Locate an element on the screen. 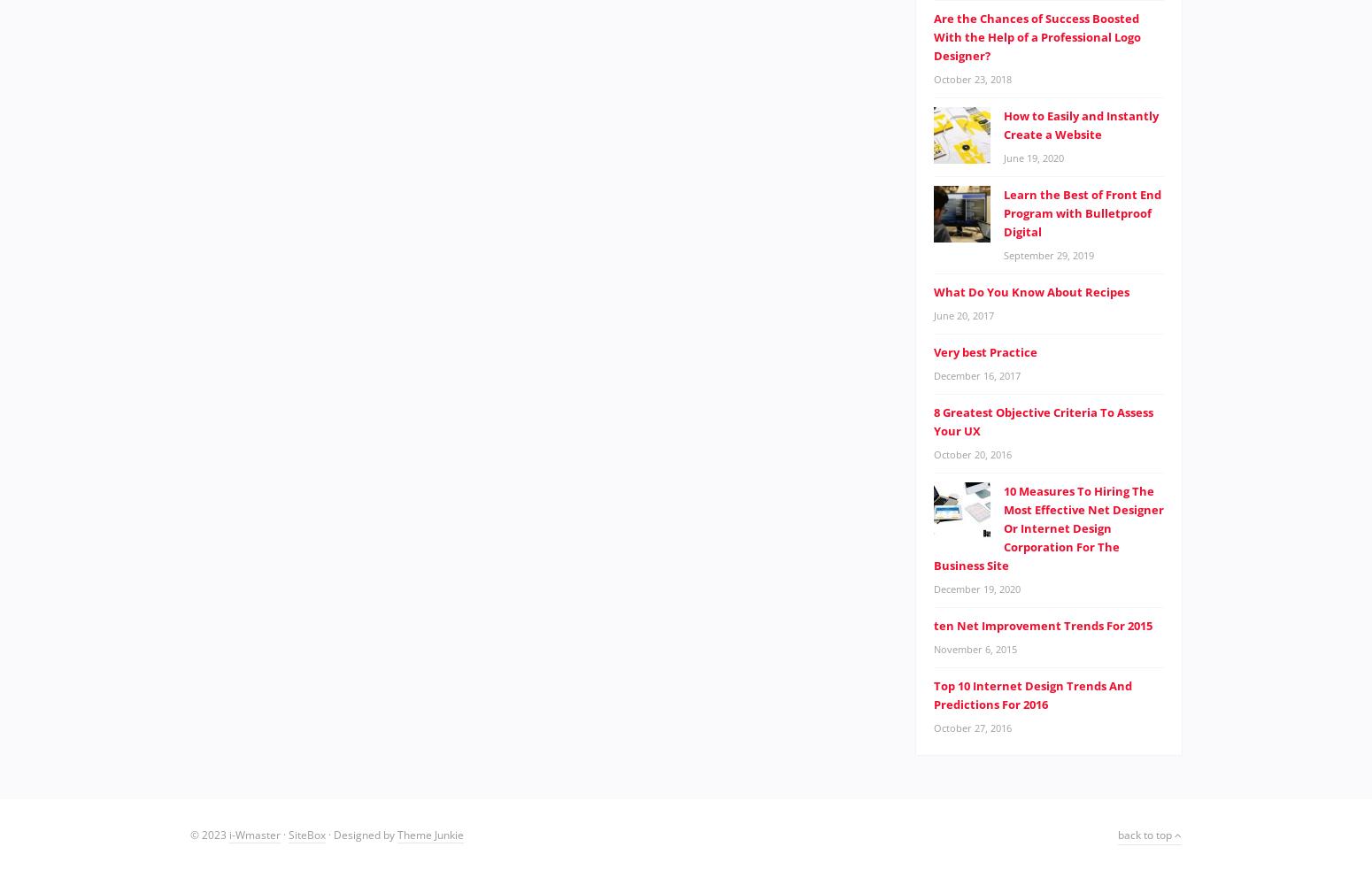 This screenshot has width=1372, height=870. 'What Do You Know About Recipes' is located at coordinates (1031, 290).